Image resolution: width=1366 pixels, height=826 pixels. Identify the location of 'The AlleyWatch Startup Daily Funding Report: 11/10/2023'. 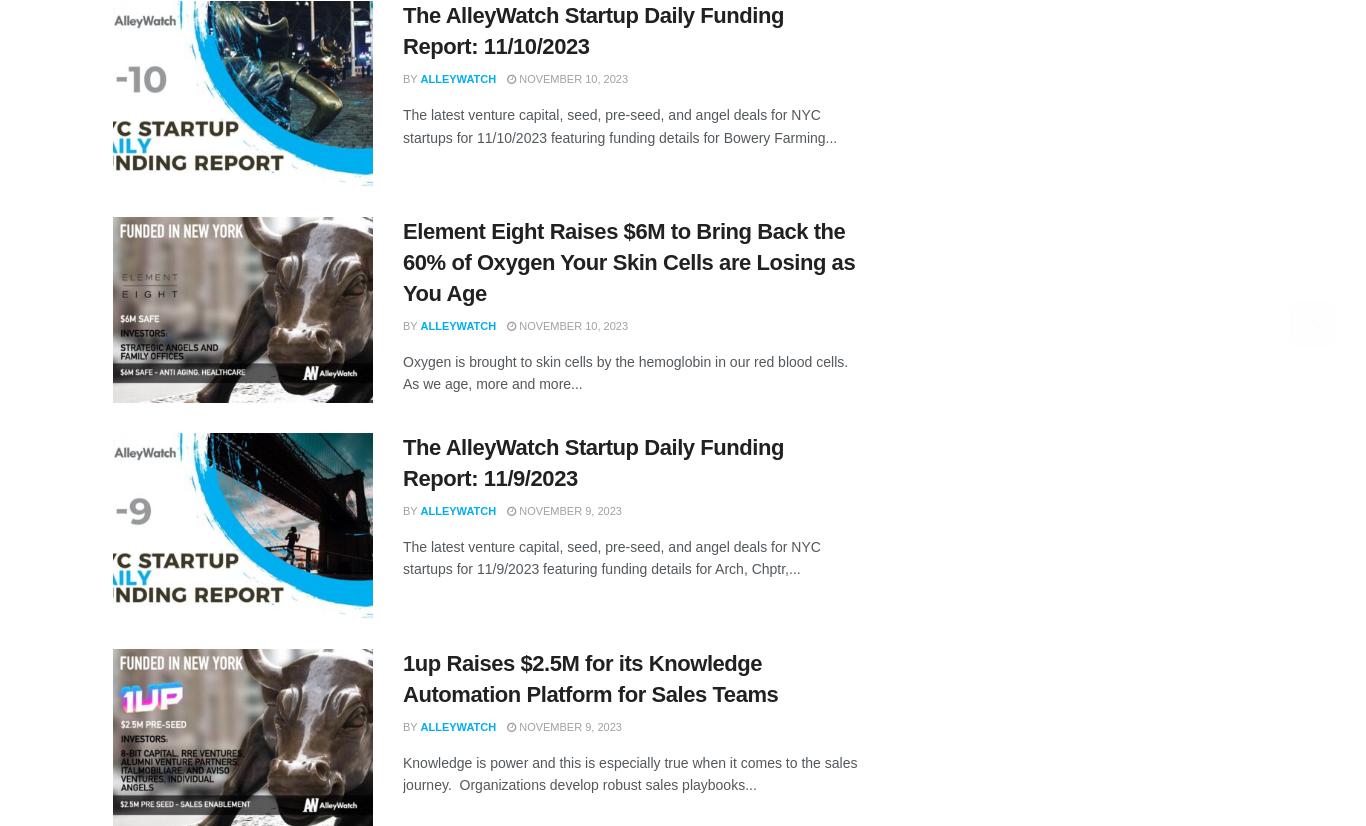
(401, 30).